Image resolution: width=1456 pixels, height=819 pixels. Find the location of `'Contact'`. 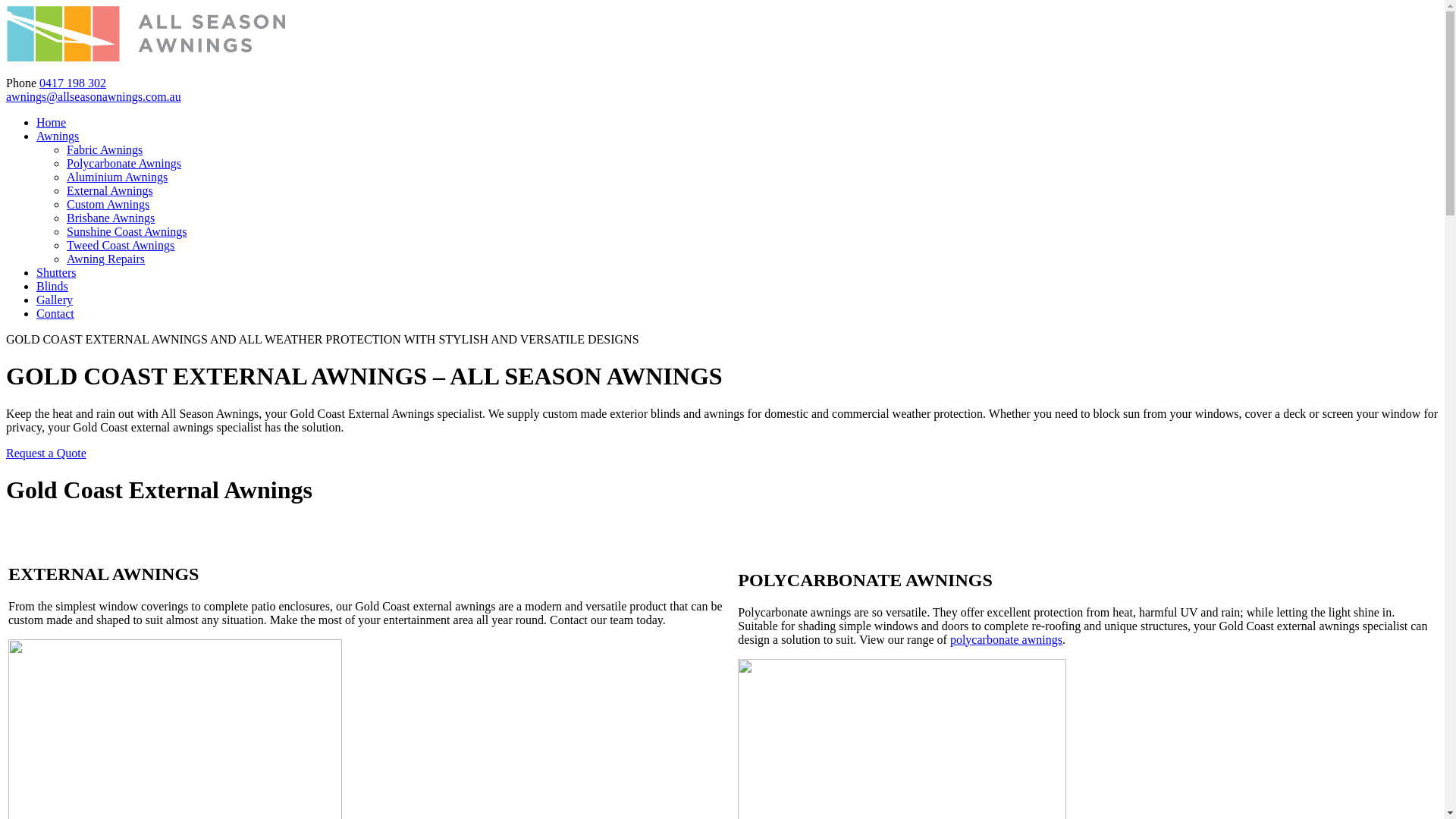

'Contact' is located at coordinates (55, 312).